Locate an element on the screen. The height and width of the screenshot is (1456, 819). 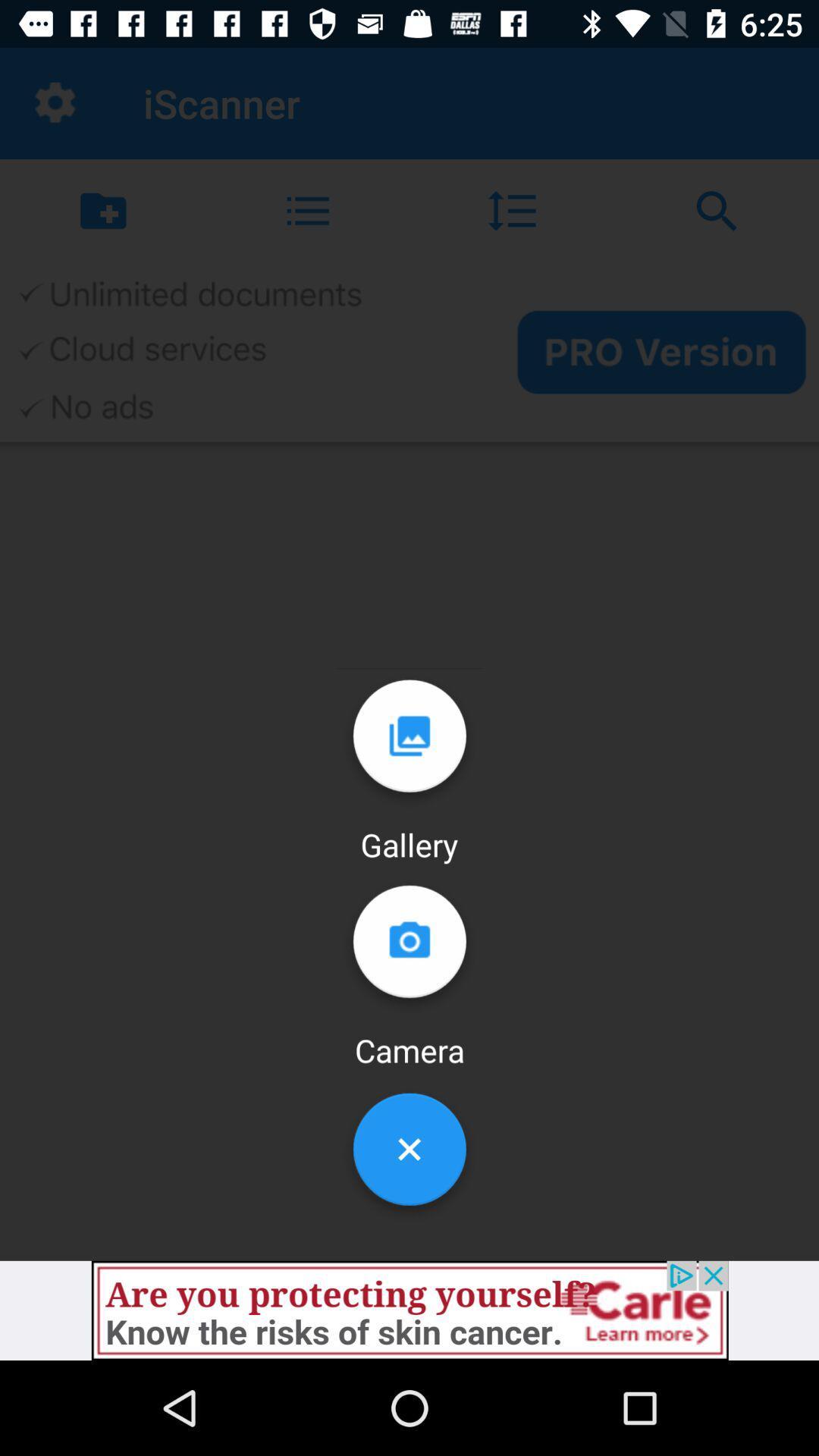
the close icon is located at coordinates (409, 1154).